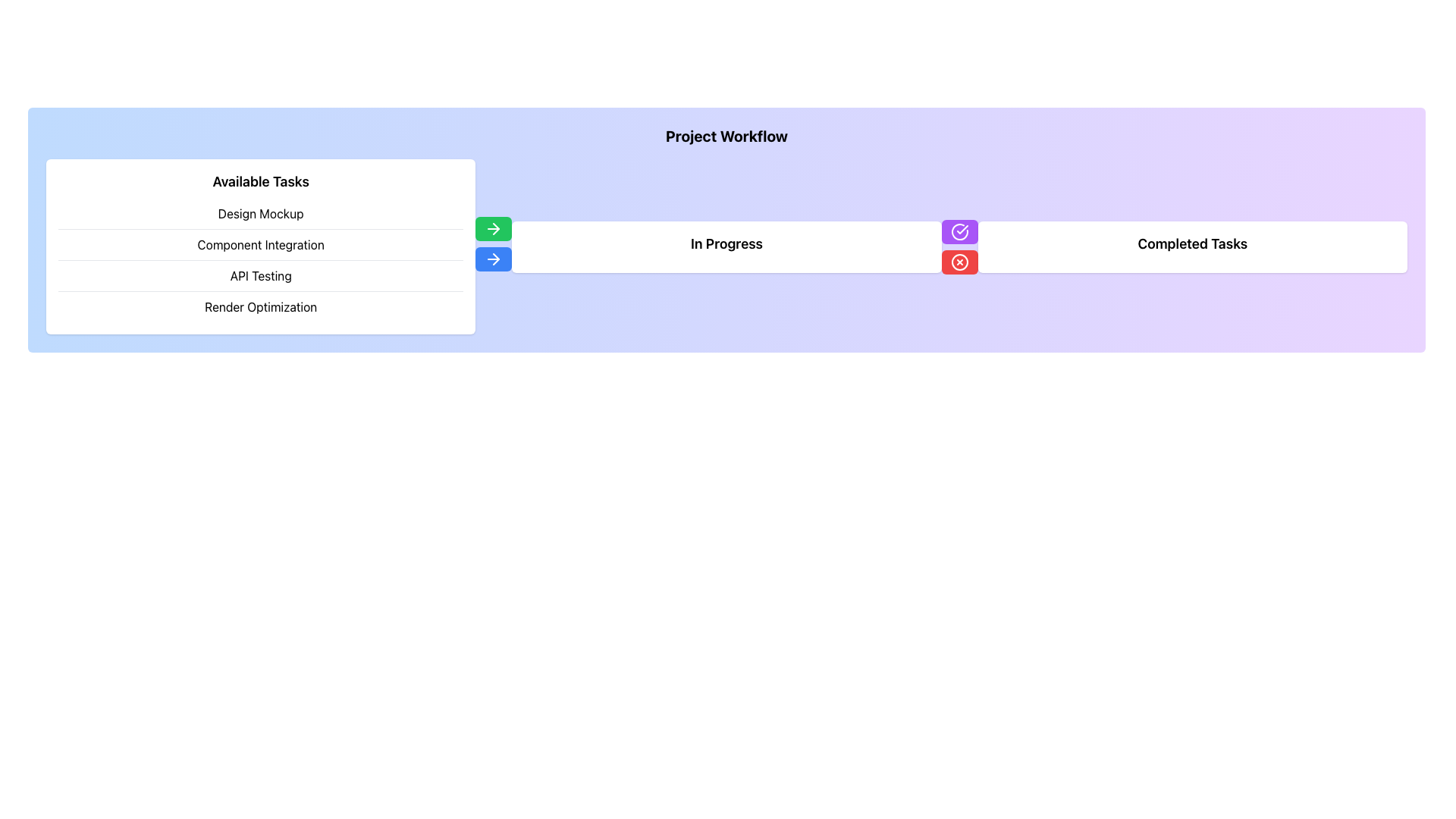 Image resolution: width=1456 pixels, height=819 pixels. Describe the element at coordinates (494, 228) in the screenshot. I see `the topmost interactive button that triggers the forward or next action to observe its hover effects` at that location.